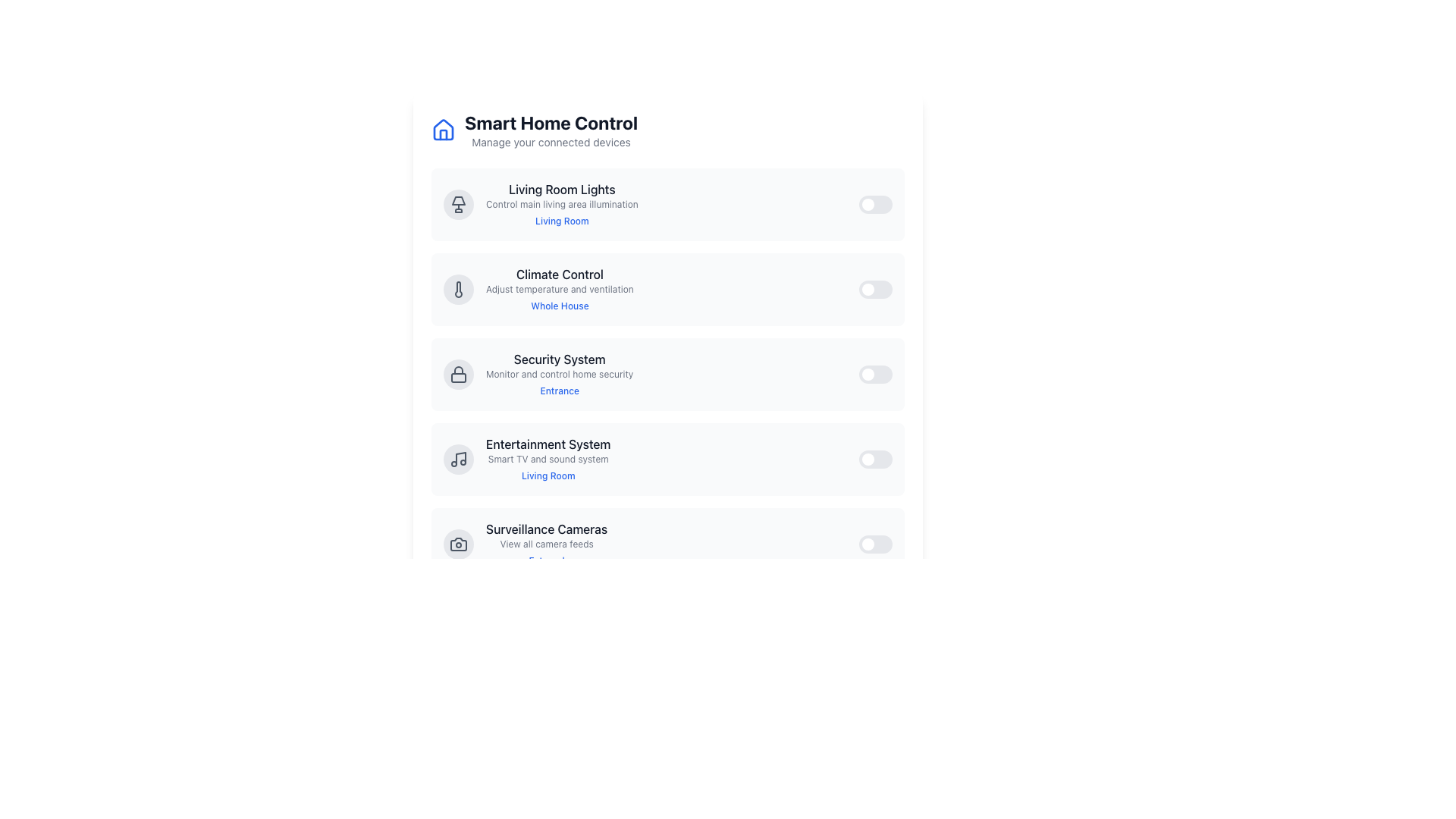 This screenshot has width=1456, height=819. I want to click on the hyperlink text 'External' located in the informative text block that displays 'Surveillance Cameras' and 'View all camera feeds', so click(546, 543).